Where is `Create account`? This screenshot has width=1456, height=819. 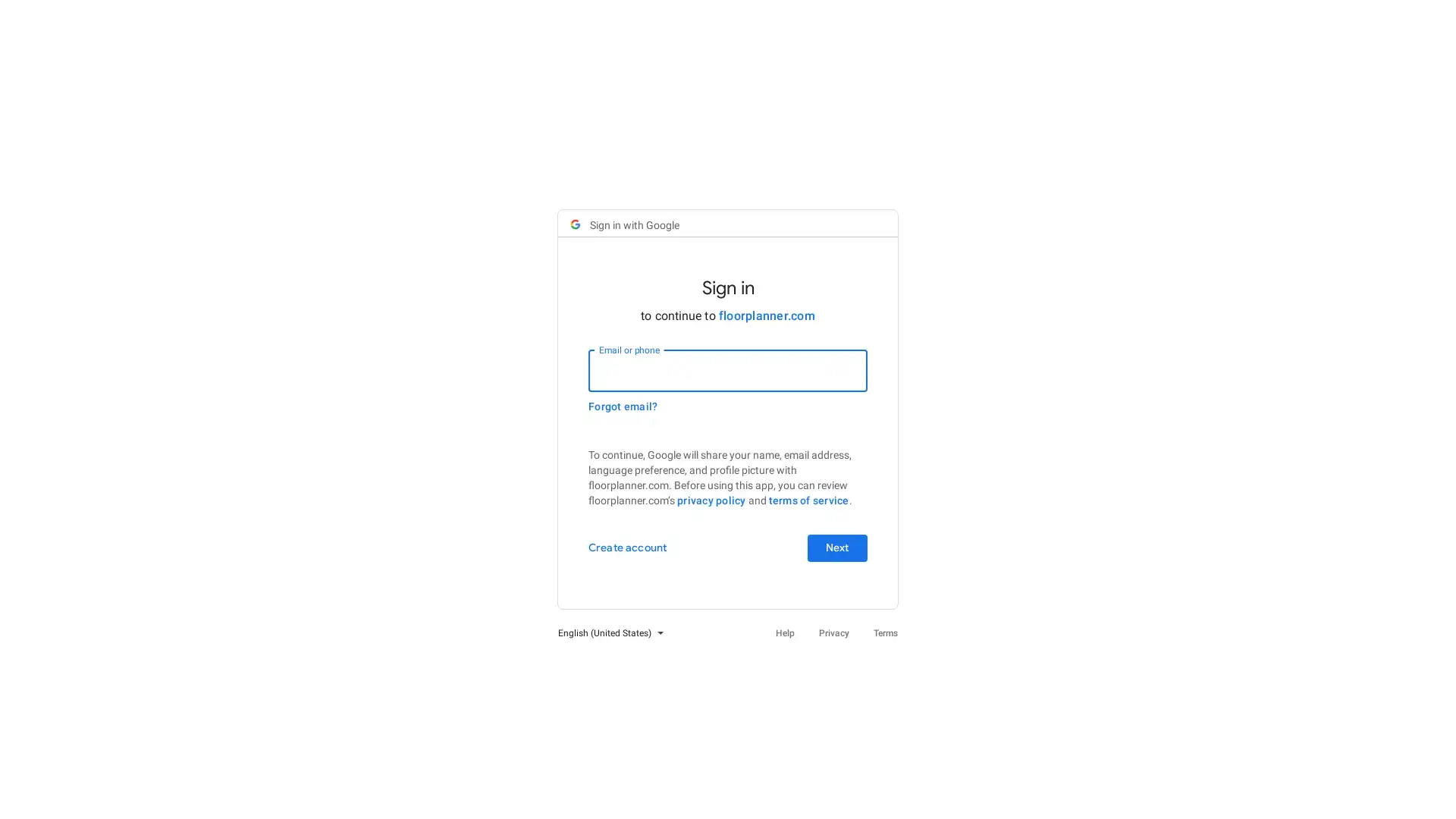 Create account is located at coordinates (627, 548).